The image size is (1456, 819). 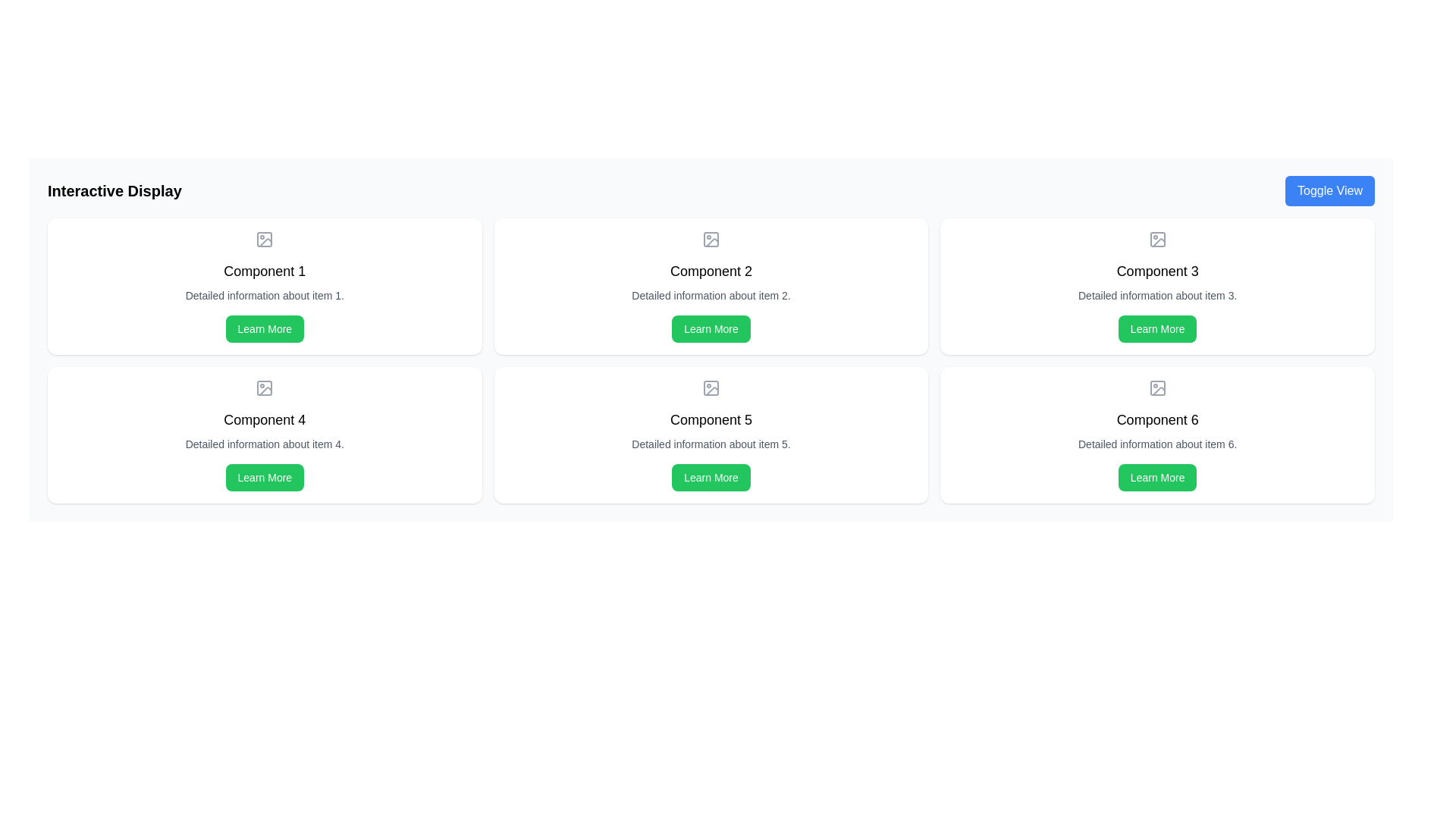 What do you see at coordinates (710, 295) in the screenshot?
I see `the static text element that reads 'Detailed information about item 2.' which is located centrally in the top row of the 'Component 2' card` at bounding box center [710, 295].